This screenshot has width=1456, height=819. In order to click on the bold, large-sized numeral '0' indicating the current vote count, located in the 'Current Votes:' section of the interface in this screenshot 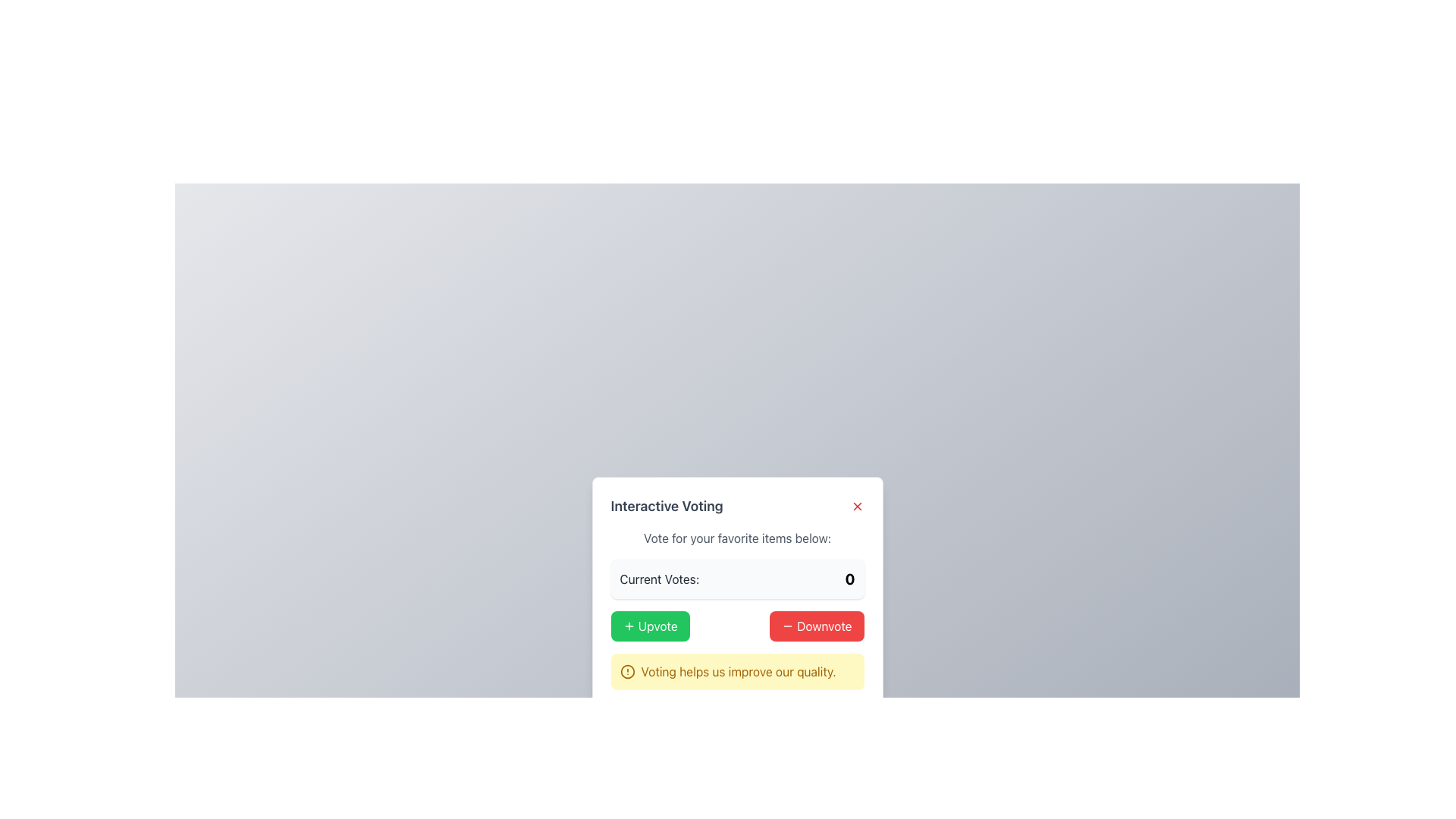, I will do `click(849, 579)`.